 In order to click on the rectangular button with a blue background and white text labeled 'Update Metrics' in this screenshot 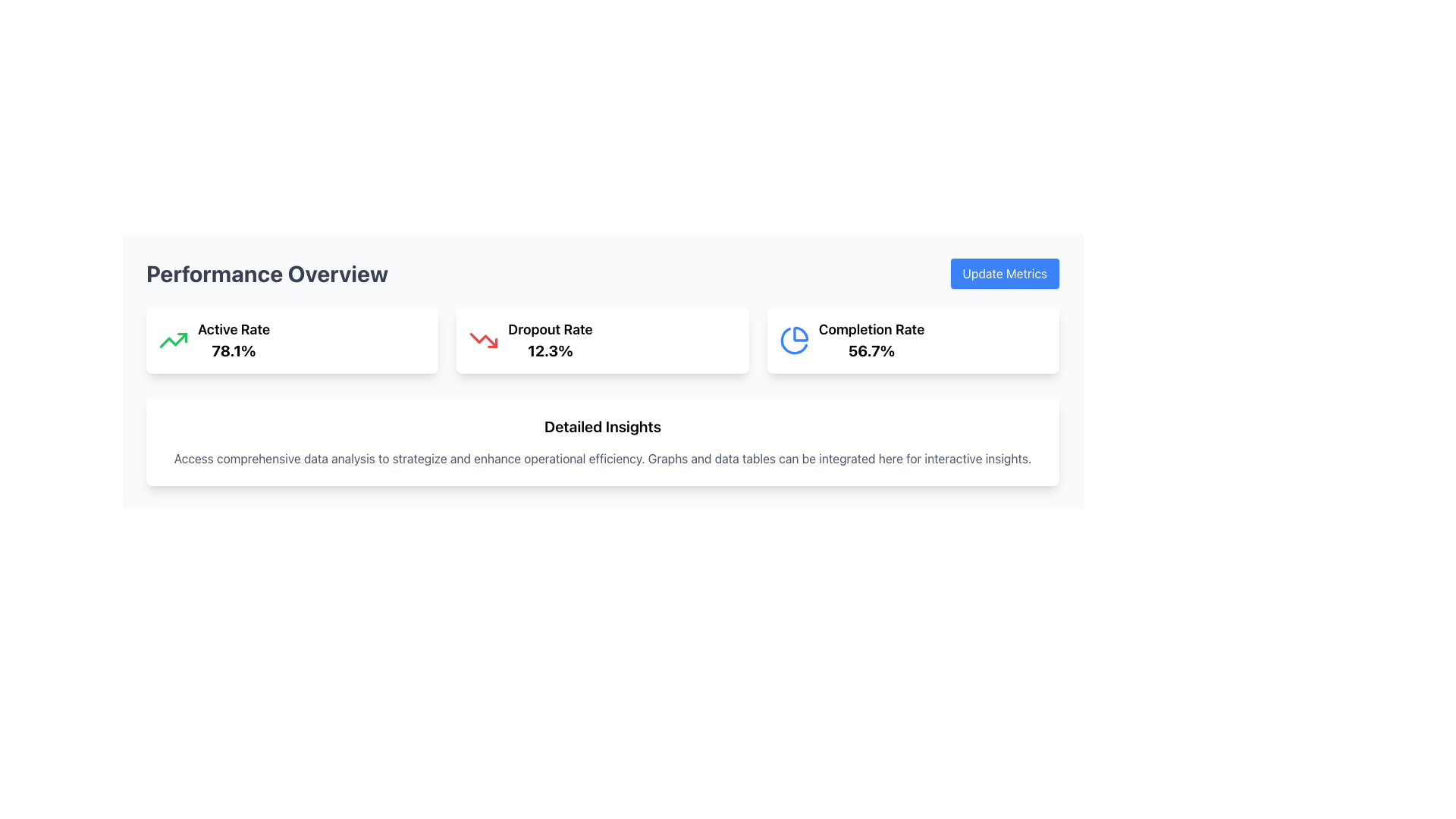, I will do `click(1005, 274)`.